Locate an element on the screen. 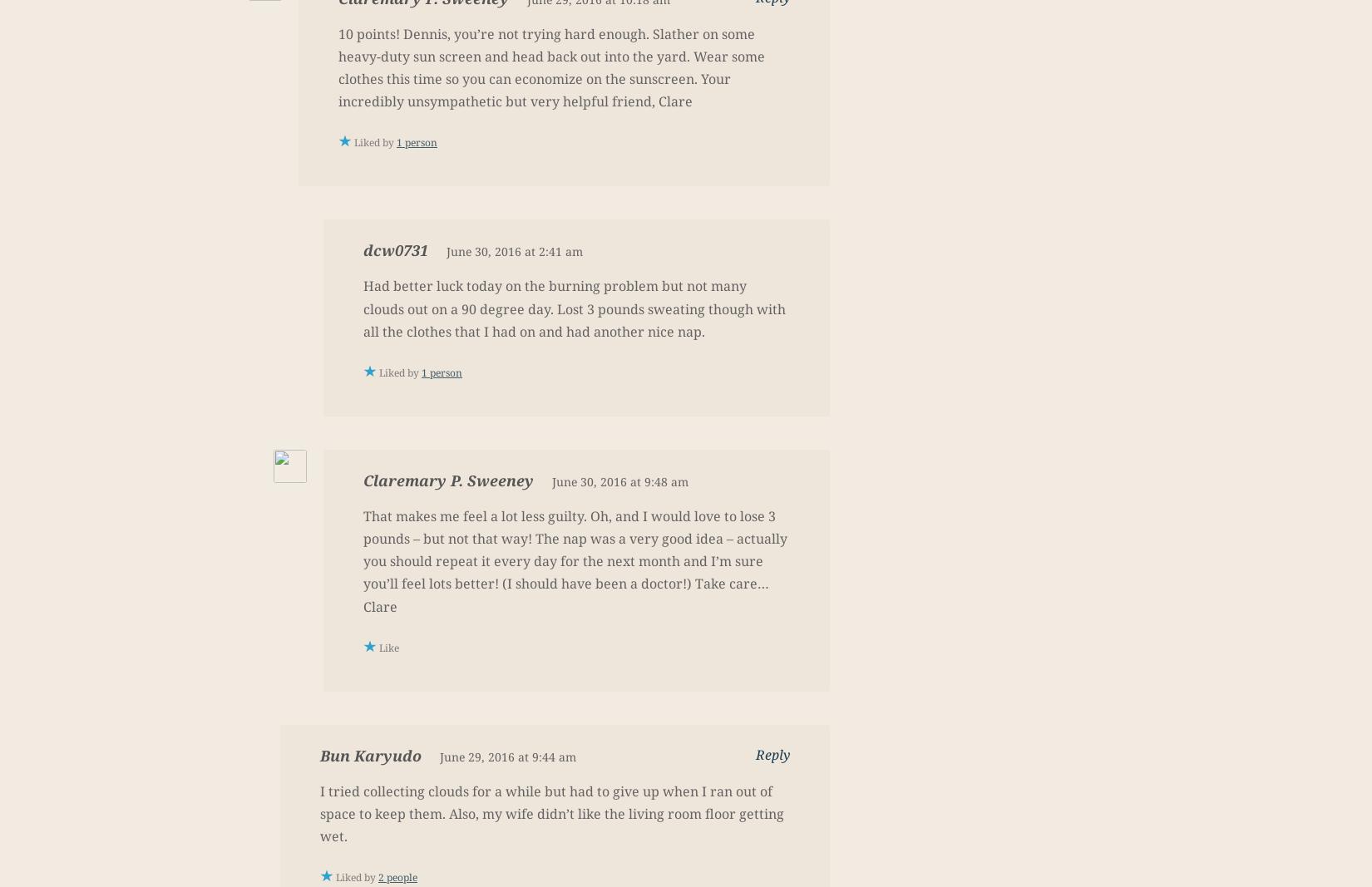  'June 29, 2016 at 9:44 am' is located at coordinates (506, 756).